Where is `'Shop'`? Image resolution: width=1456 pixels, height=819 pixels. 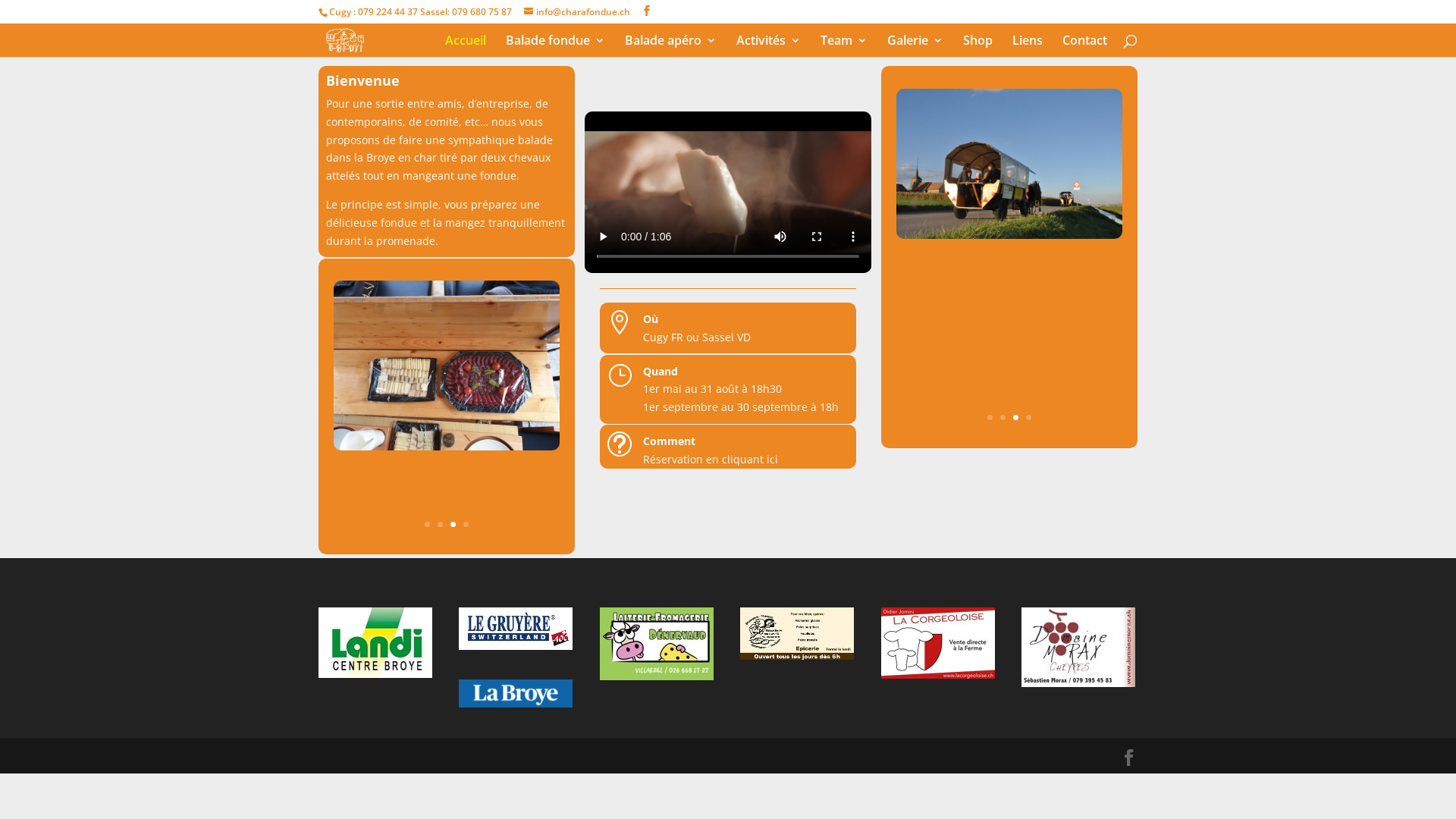
'Shop' is located at coordinates (977, 45).